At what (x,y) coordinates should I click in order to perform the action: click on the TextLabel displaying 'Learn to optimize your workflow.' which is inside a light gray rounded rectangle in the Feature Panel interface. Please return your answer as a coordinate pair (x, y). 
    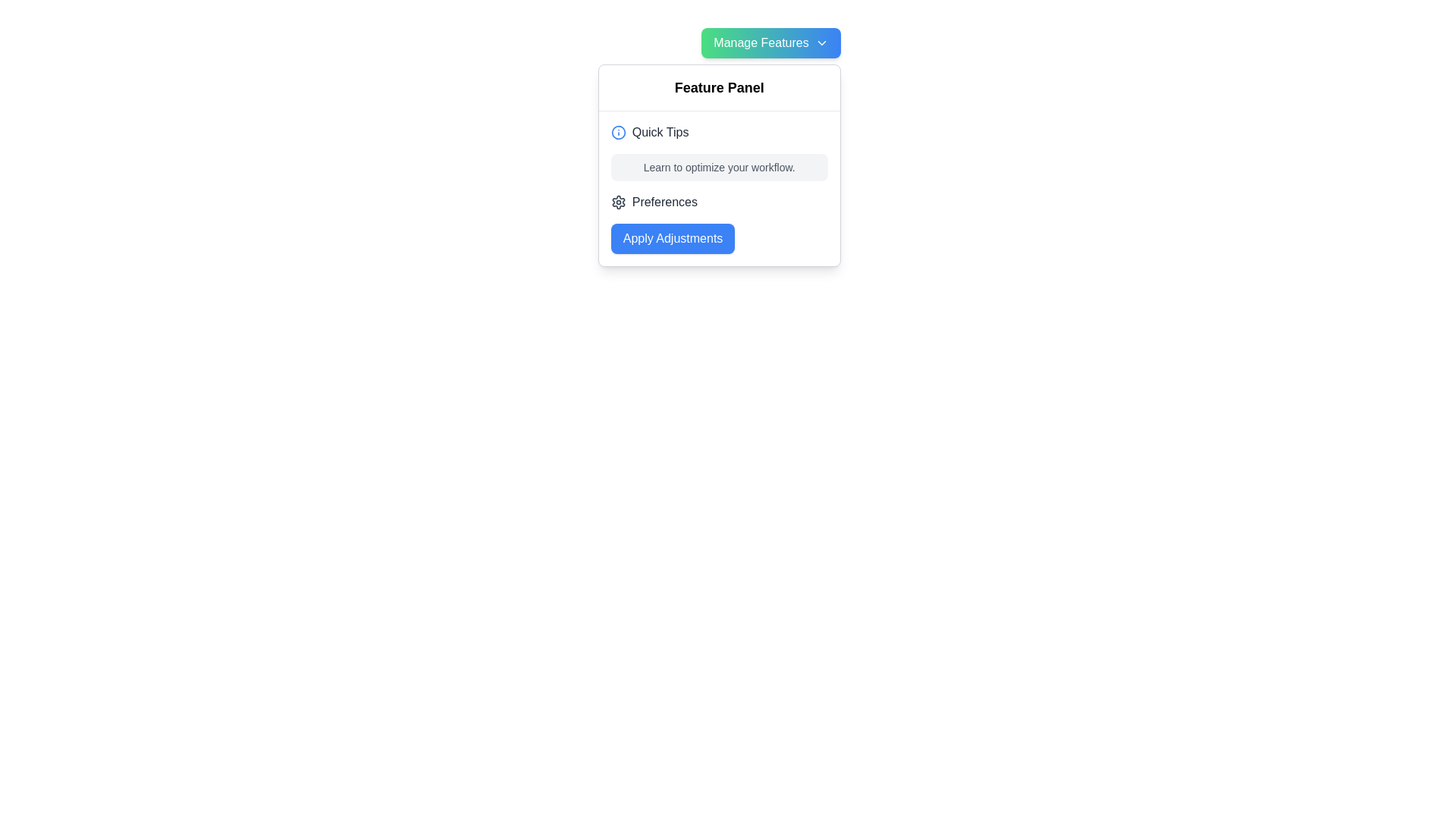
    Looking at the image, I should click on (718, 167).